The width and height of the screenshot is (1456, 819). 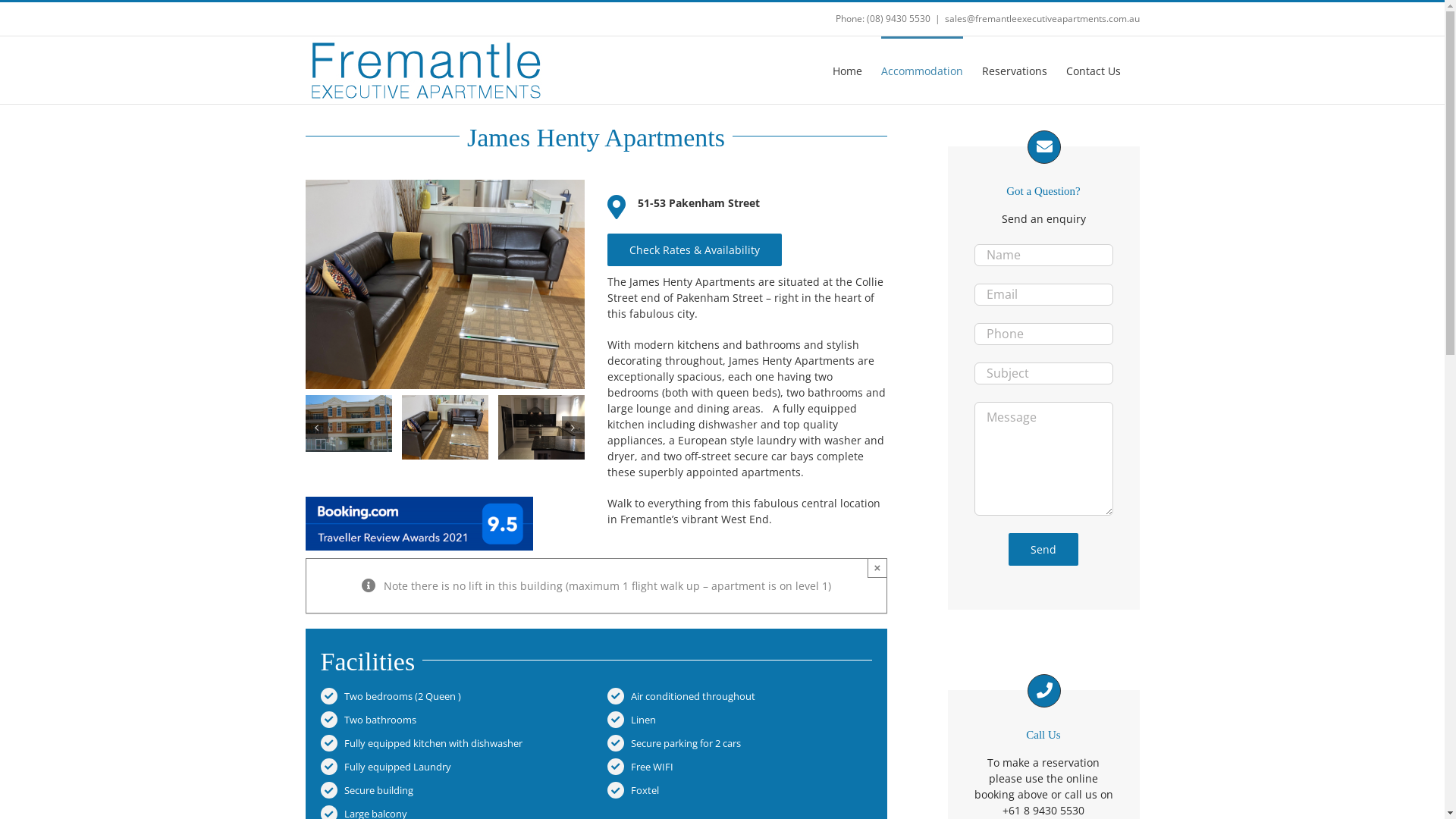 I want to click on 'Send', so click(x=1043, y=549).